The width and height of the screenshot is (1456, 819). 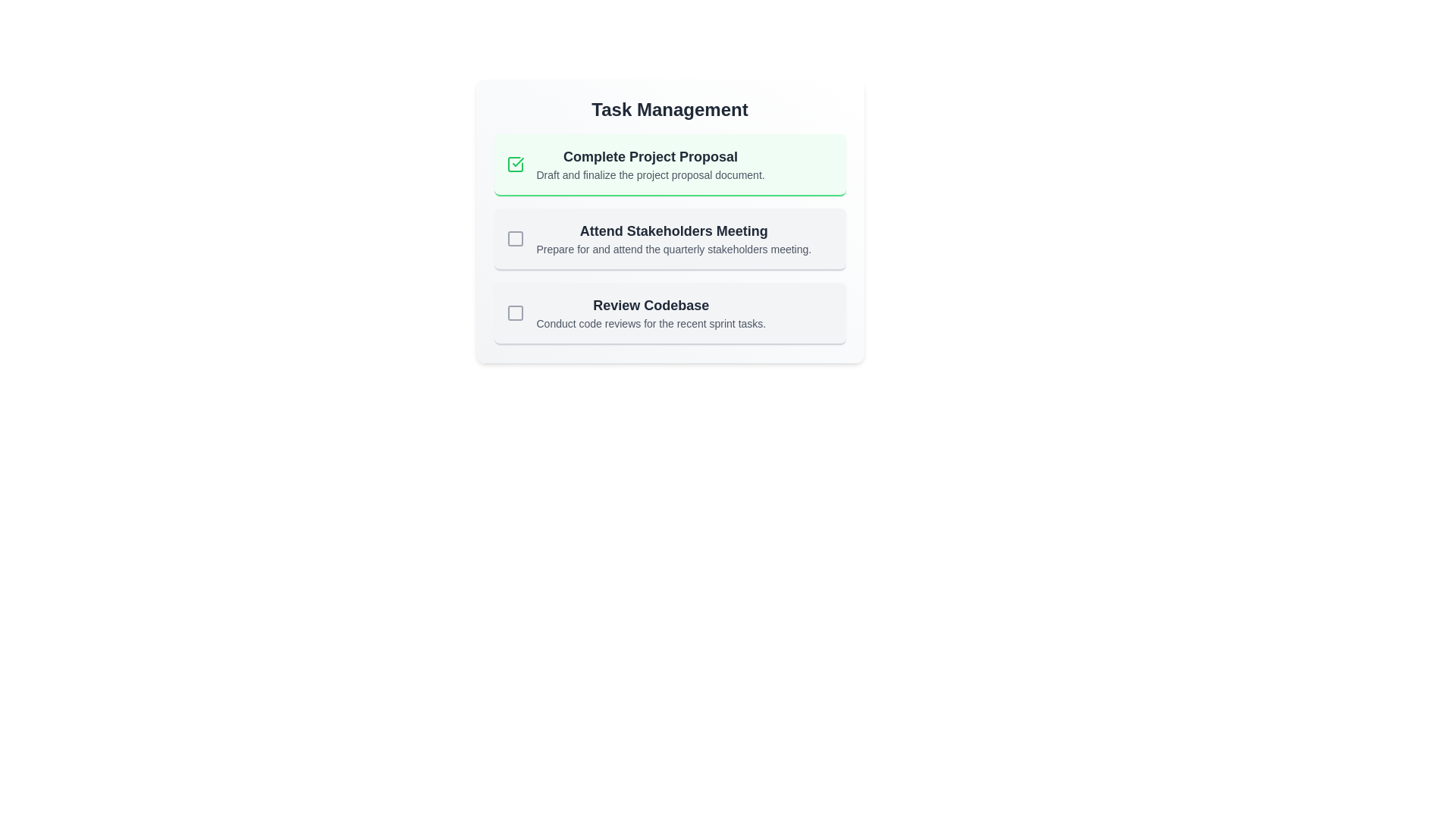 I want to click on the label representing the task titled 'Review Codebase' within the task list under 'Task Management', so click(x=651, y=312).